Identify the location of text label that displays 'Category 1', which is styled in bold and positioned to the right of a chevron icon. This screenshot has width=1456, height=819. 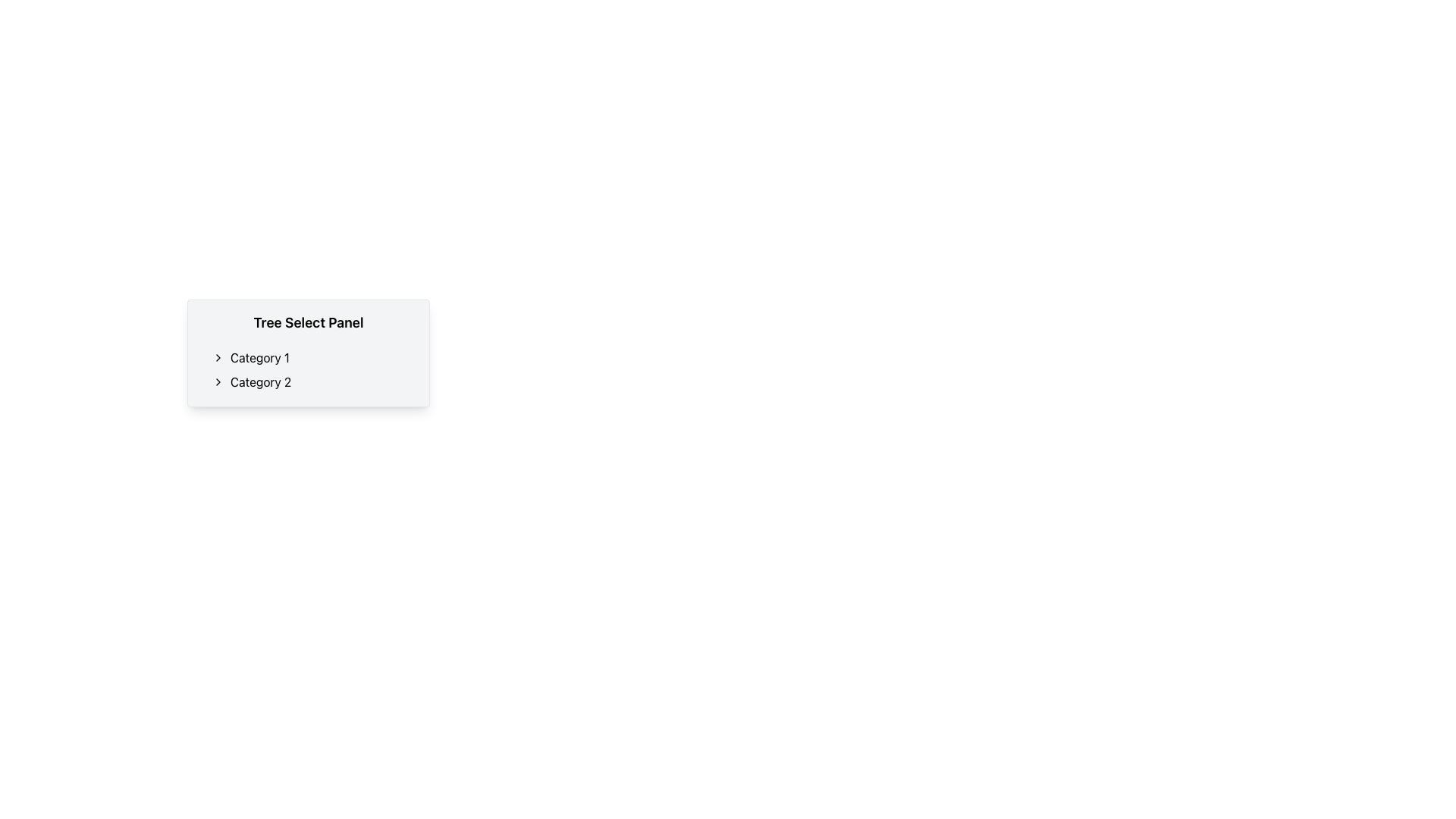
(259, 357).